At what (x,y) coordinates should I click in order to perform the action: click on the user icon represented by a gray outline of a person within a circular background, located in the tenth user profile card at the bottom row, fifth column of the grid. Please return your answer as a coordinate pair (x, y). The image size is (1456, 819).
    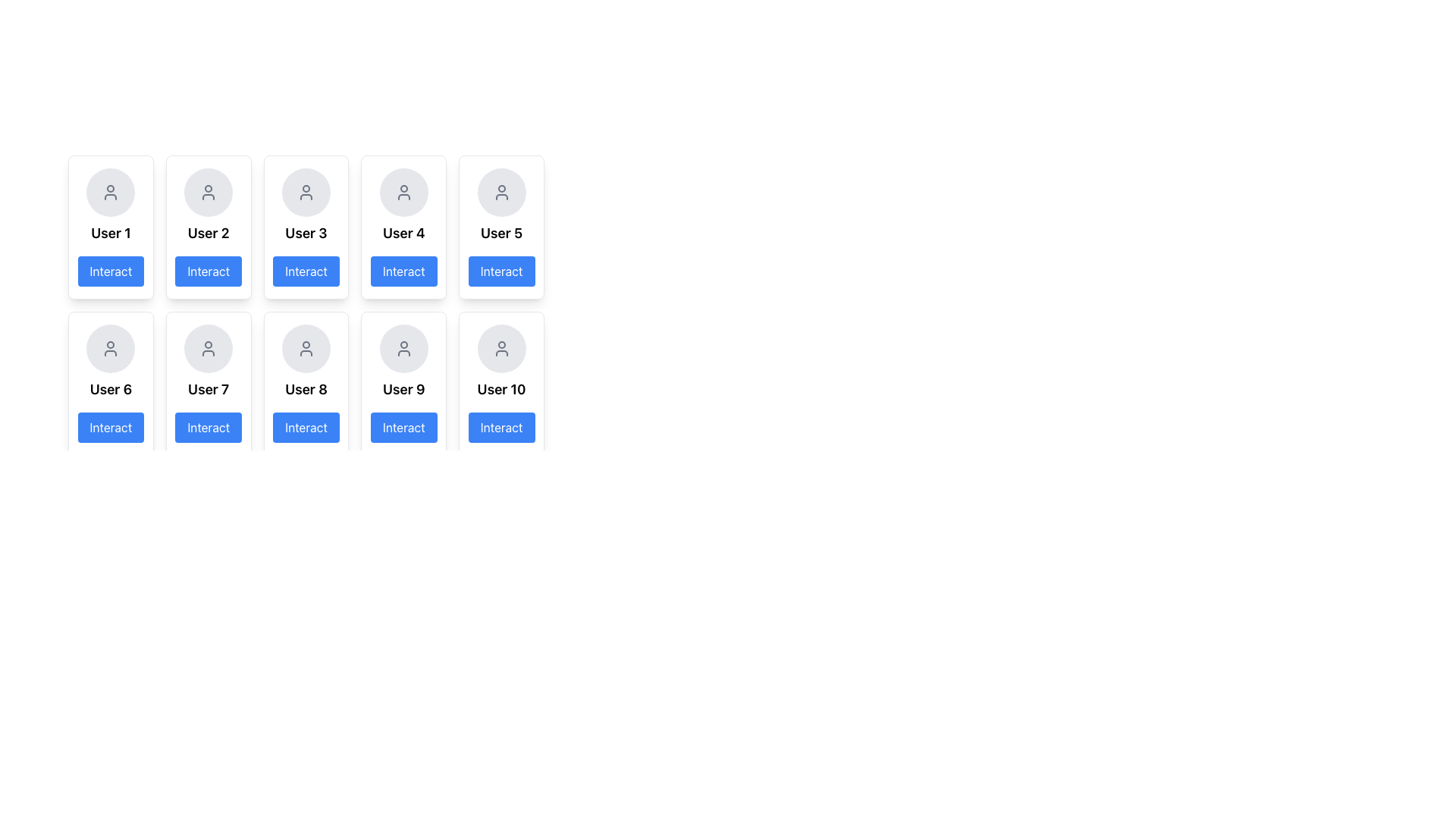
    Looking at the image, I should click on (501, 348).